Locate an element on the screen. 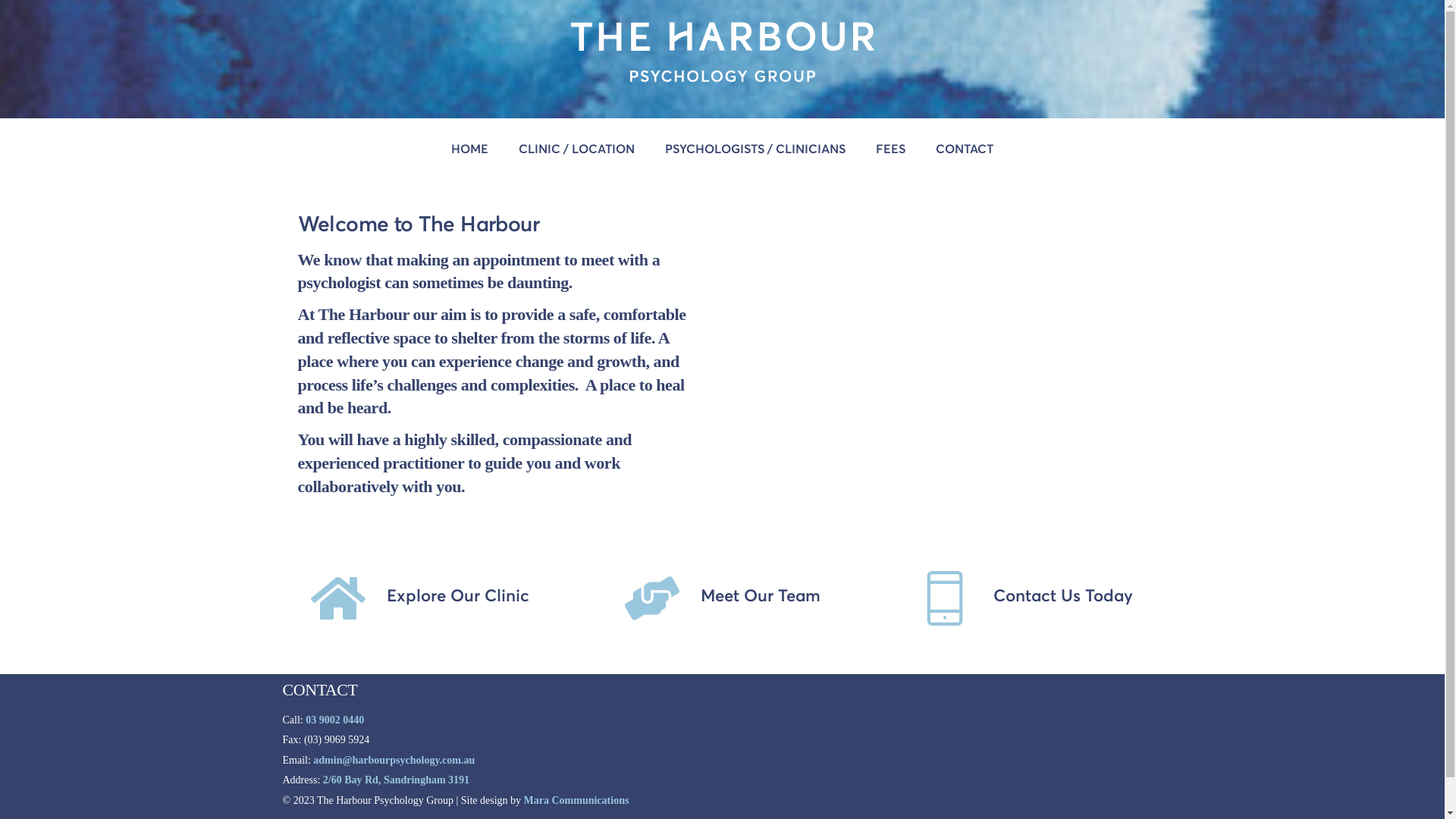  'PSYCHOLOGISTS / CLINICIANS' is located at coordinates (755, 149).